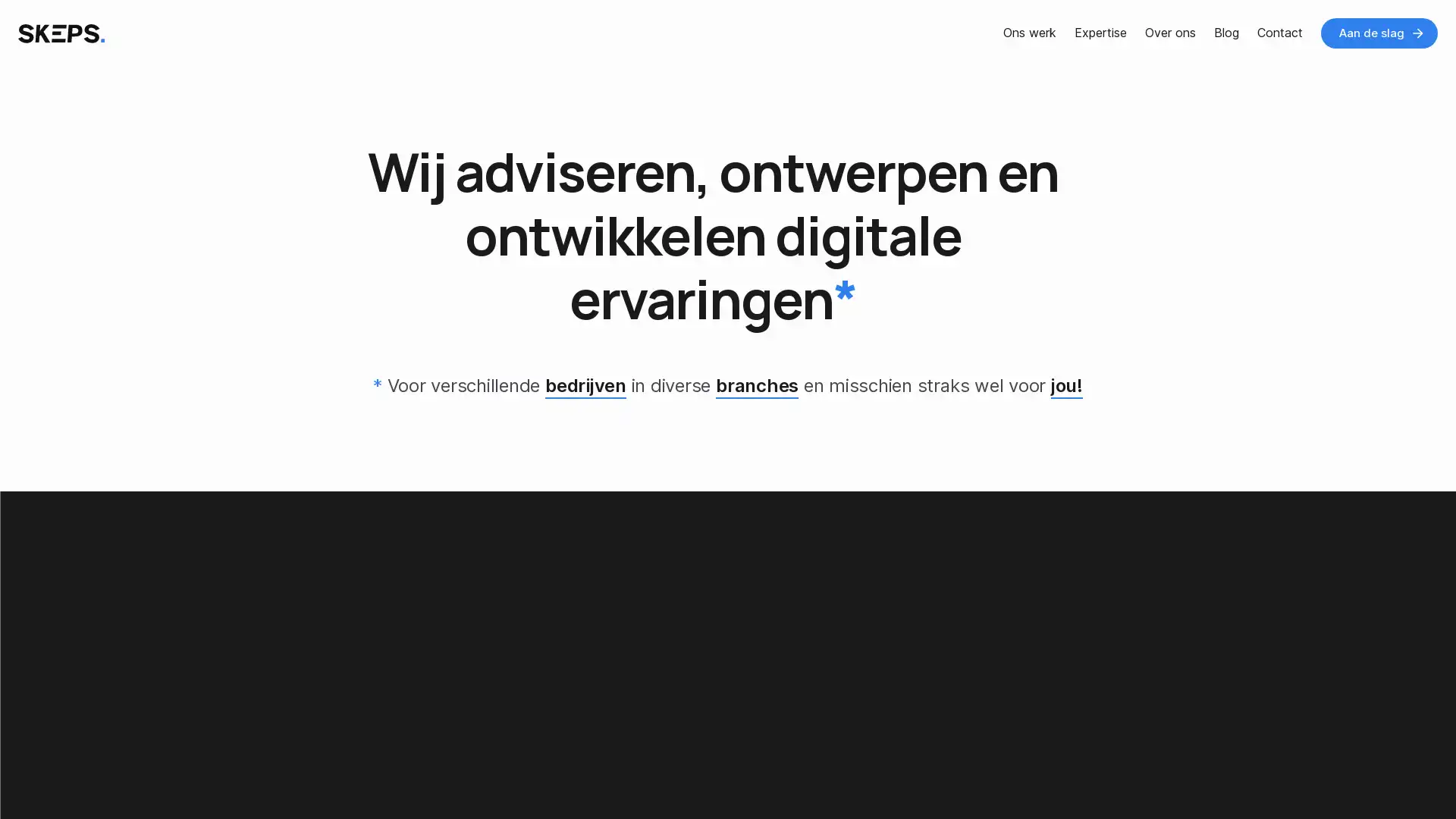 This screenshot has width=1456, height=819. I want to click on Aan de slag, so click(1379, 33).